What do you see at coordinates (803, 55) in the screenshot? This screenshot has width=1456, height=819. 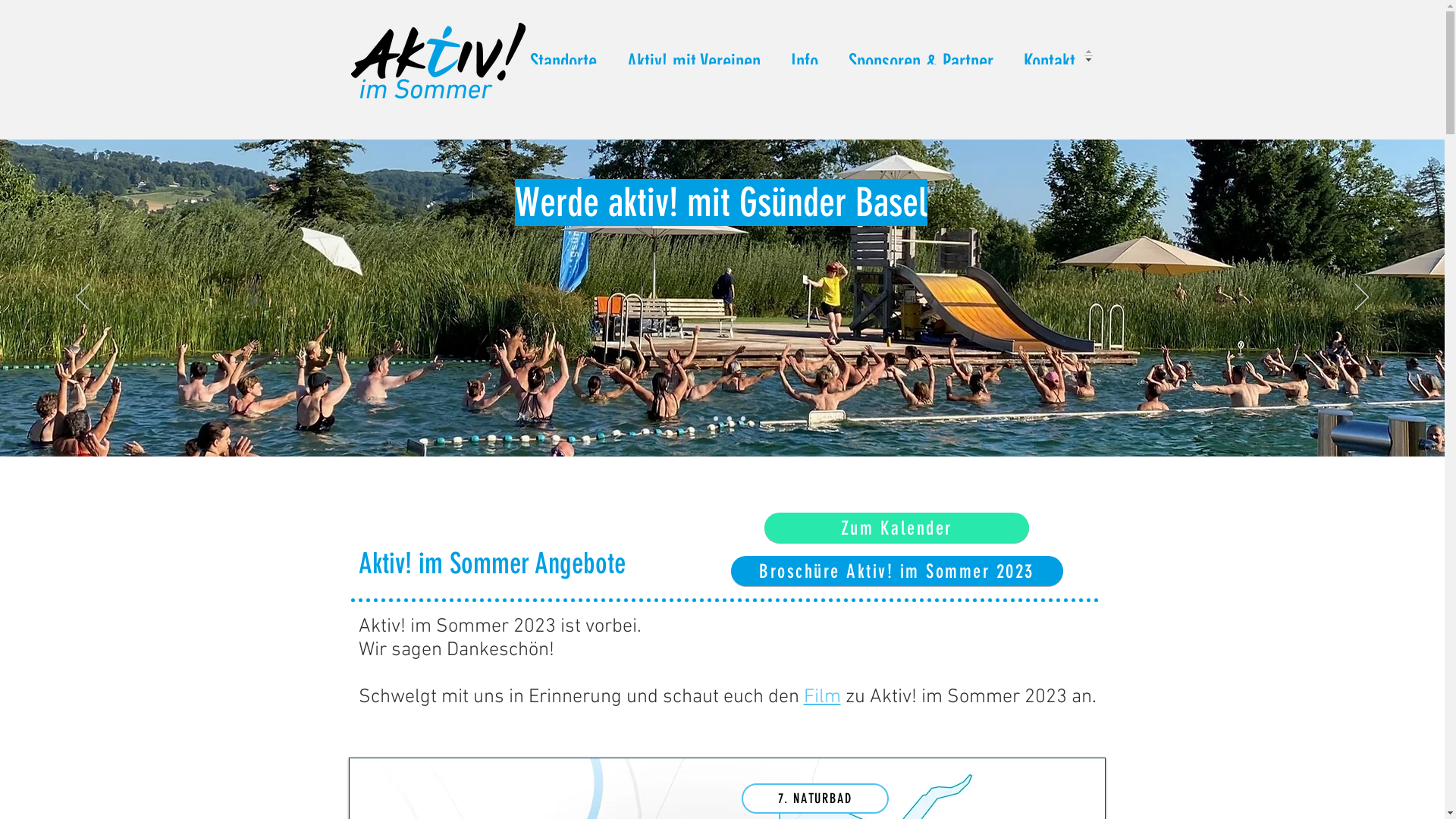 I see `'Info'` at bounding box center [803, 55].